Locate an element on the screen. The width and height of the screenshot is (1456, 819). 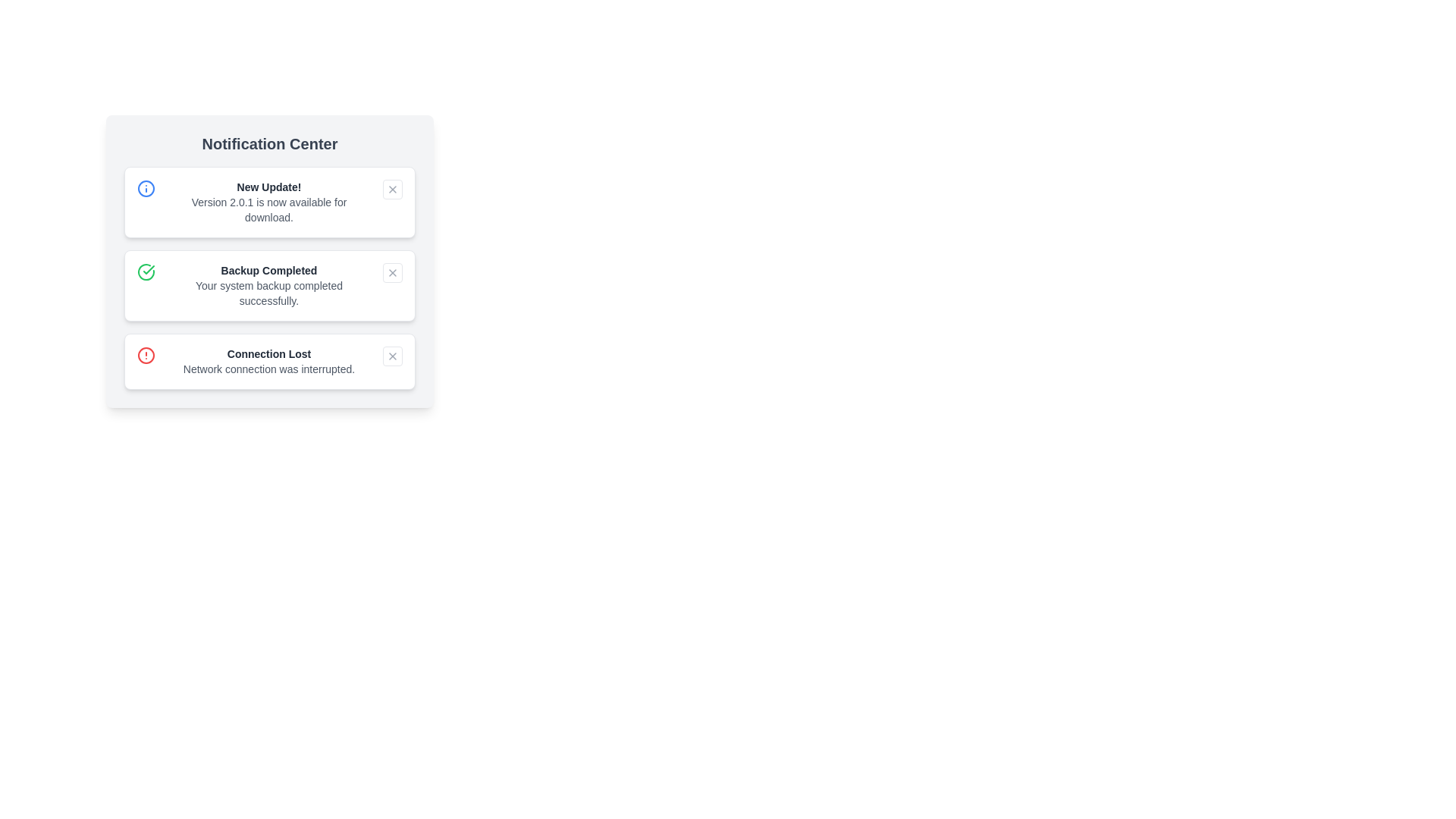
the static text that informs users about the availability of a new version, located below the 'New Update!' heading in the Notification Center is located at coordinates (269, 210).